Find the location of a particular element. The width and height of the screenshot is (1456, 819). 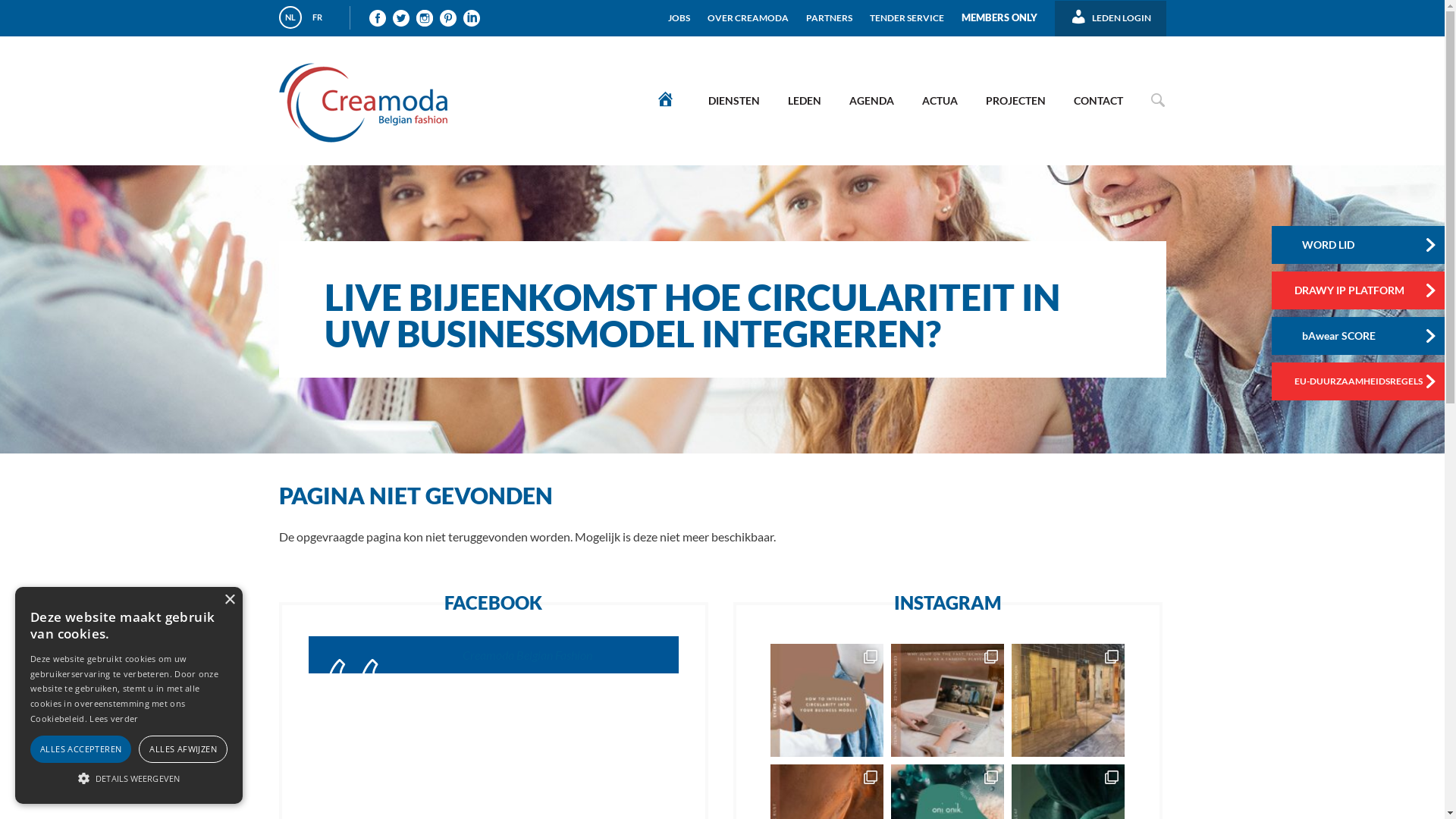

'LEDEN' is located at coordinates (803, 100).